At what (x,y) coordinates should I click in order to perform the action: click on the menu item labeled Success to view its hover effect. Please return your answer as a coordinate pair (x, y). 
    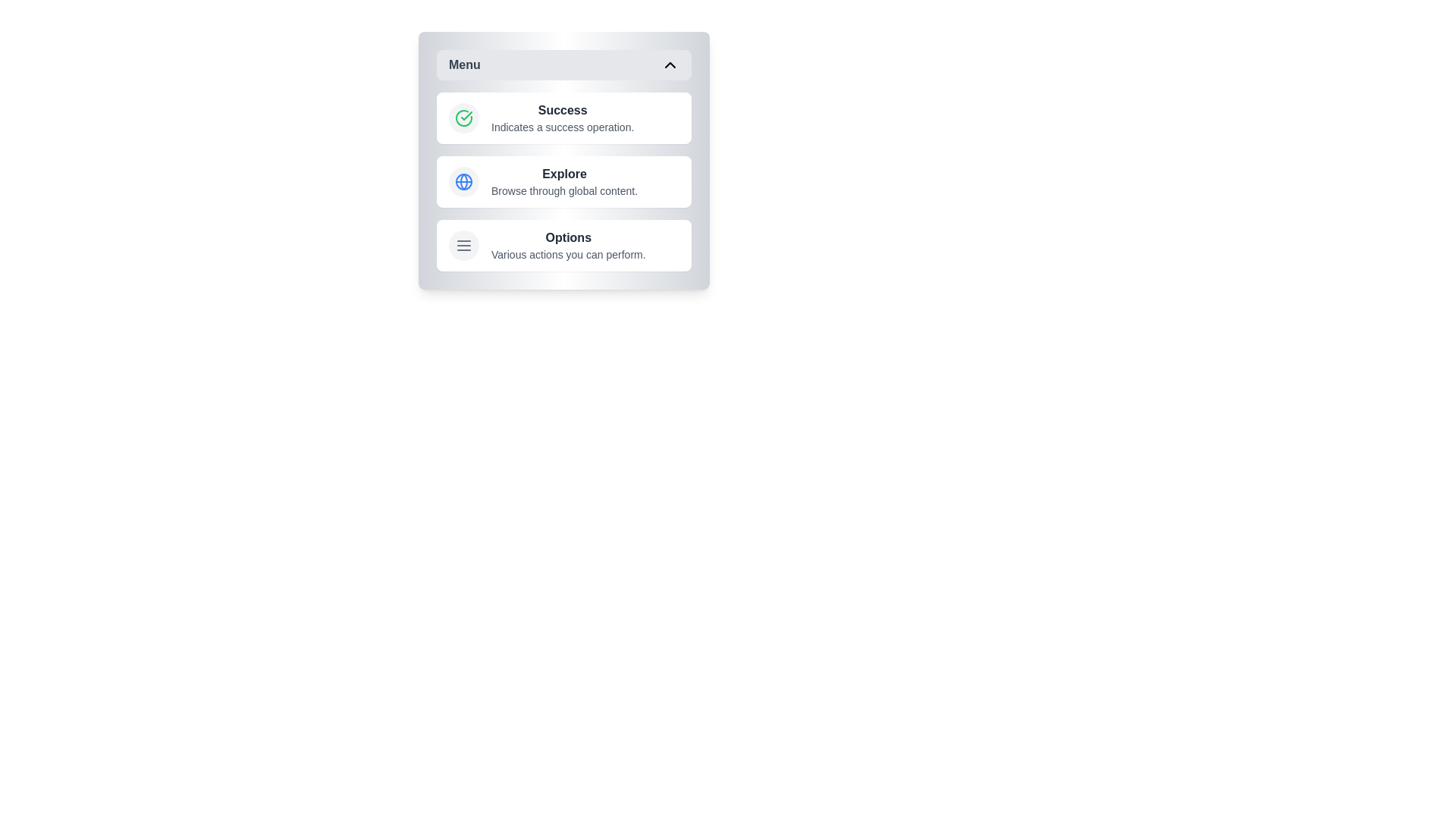
    Looking at the image, I should click on (563, 117).